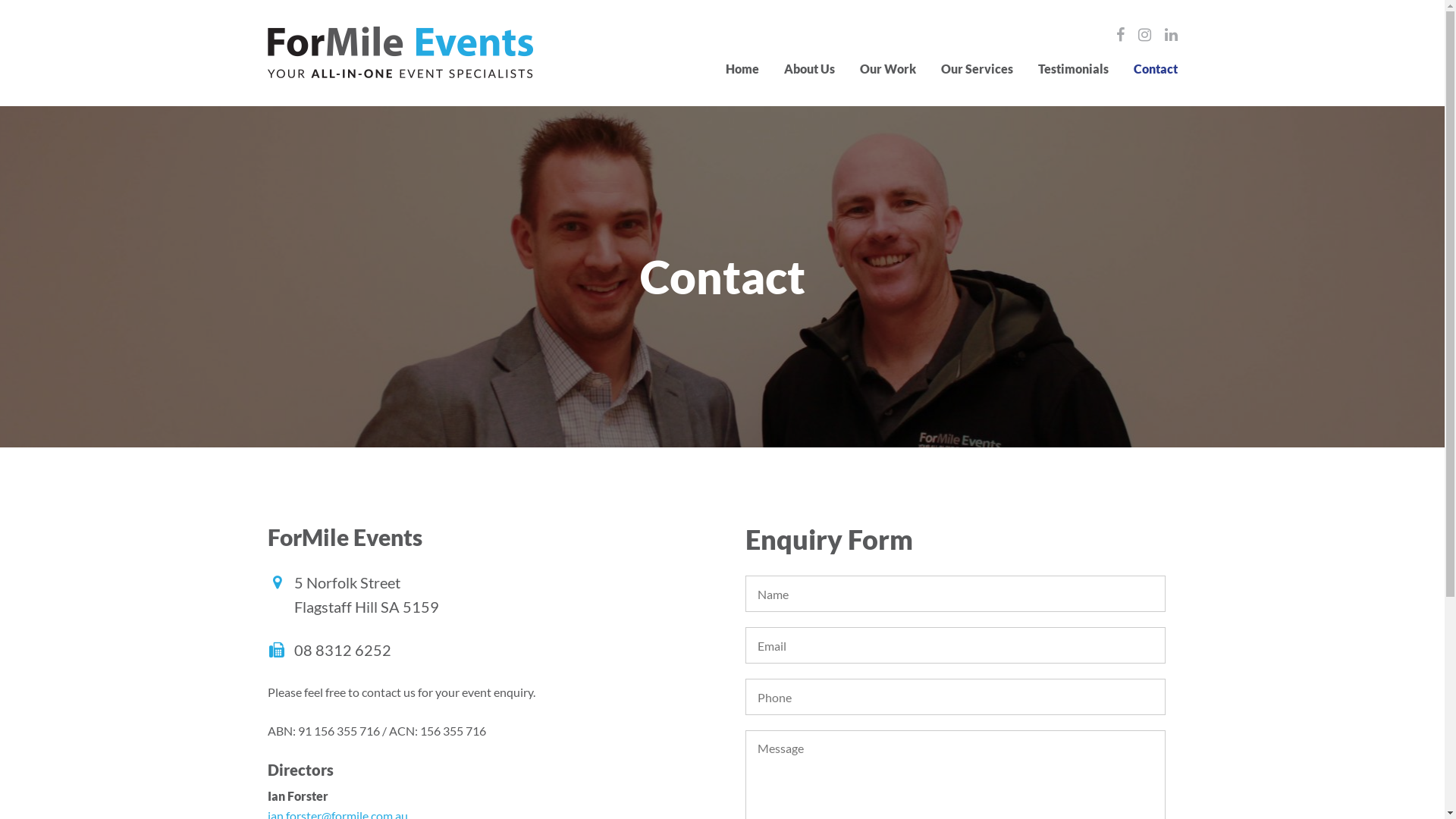 The height and width of the screenshot is (819, 1456). I want to click on 'About Us', so click(808, 68).